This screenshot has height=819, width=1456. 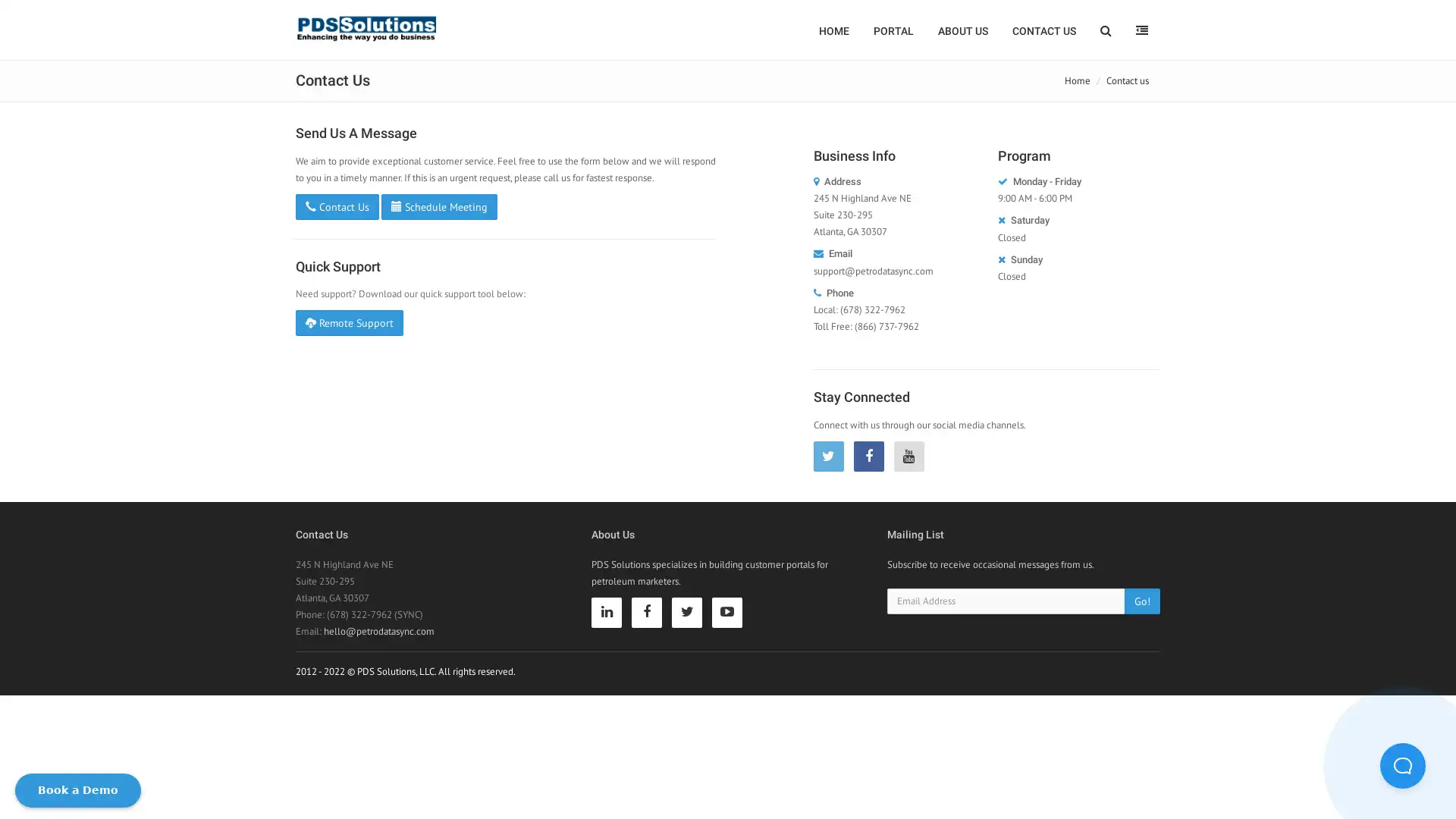 I want to click on Go!, so click(x=1142, y=599).